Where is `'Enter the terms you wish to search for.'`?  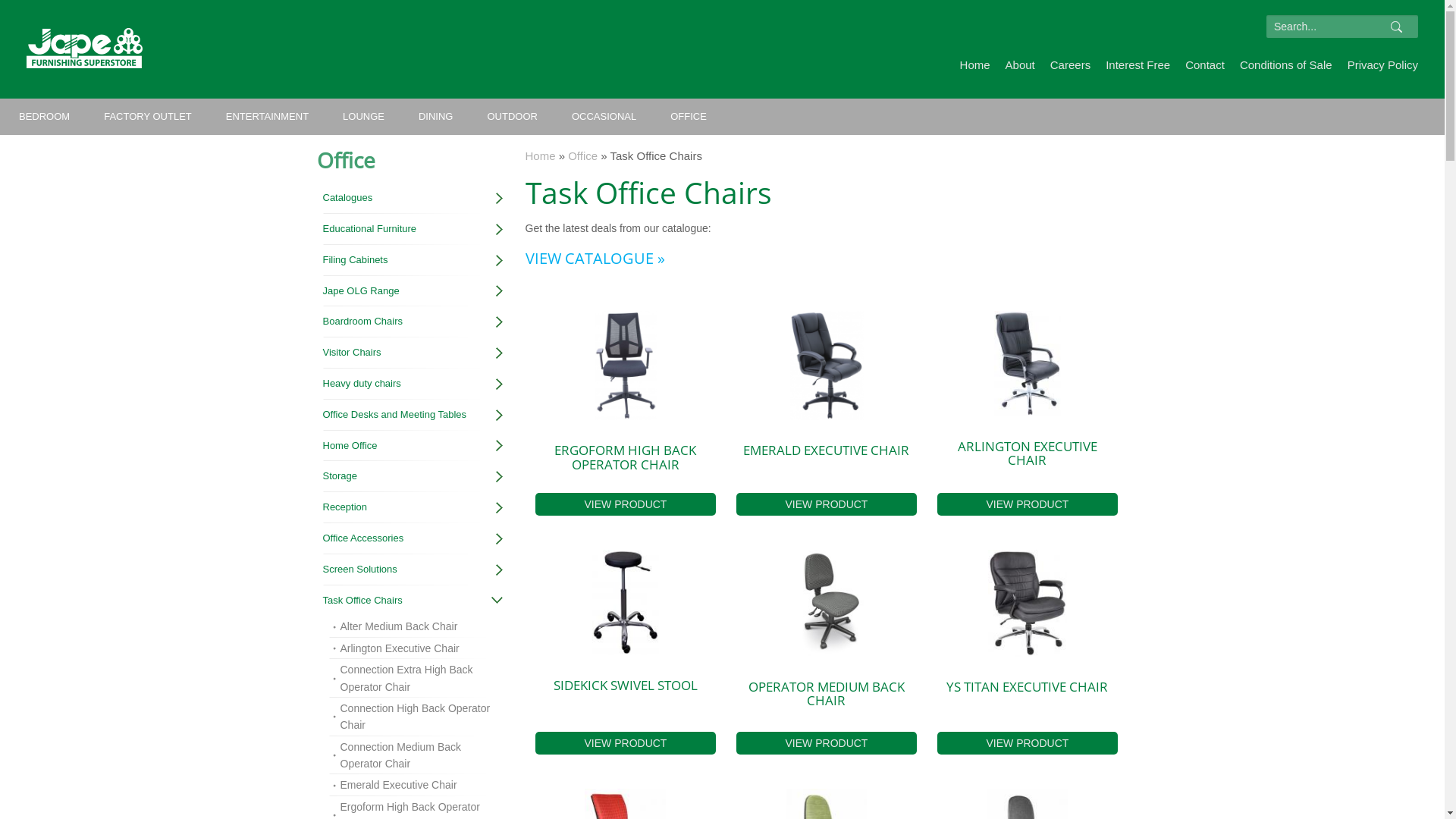
'Enter the terms you wish to search for.' is located at coordinates (1342, 26).